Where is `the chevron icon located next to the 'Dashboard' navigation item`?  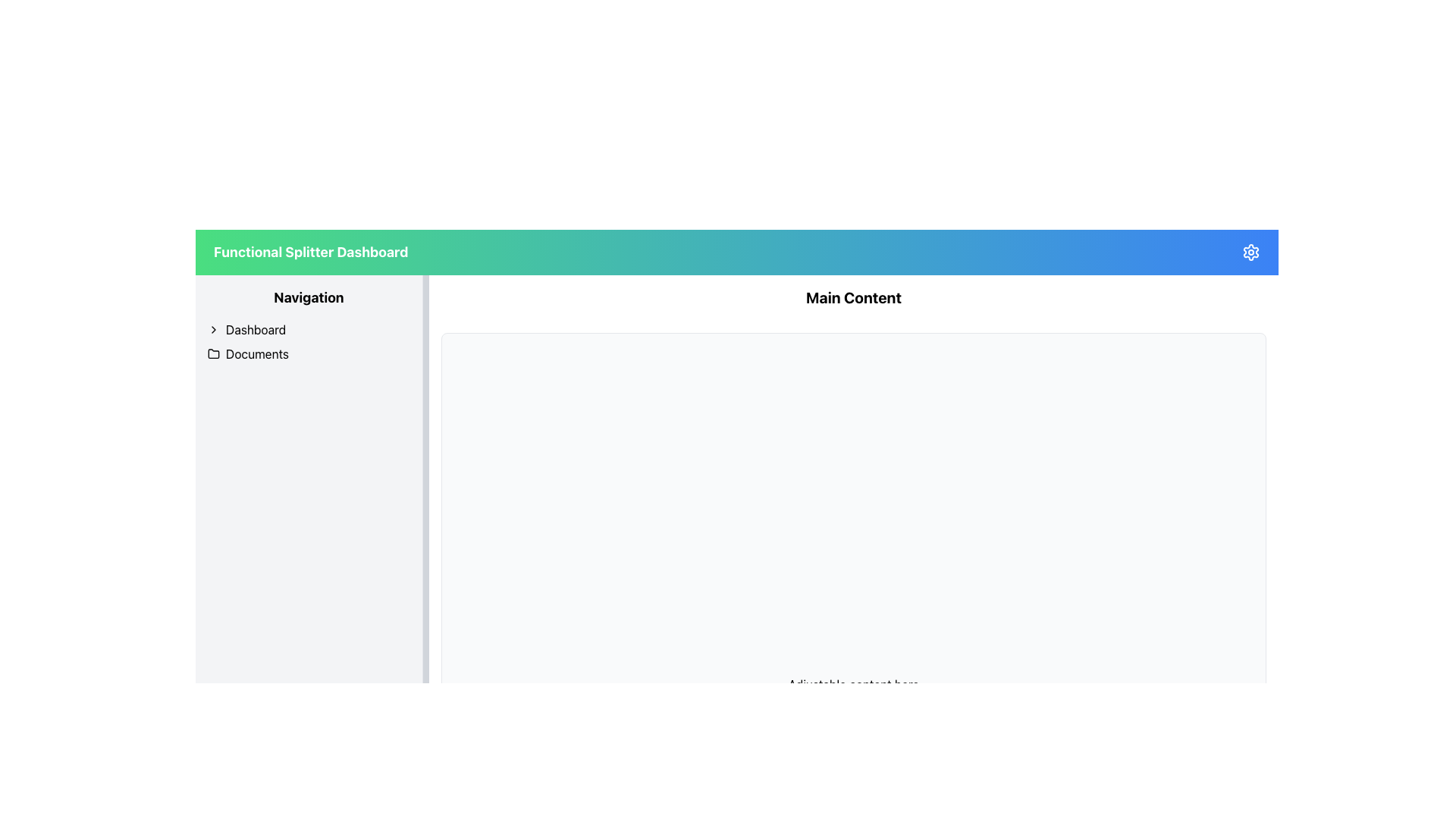
the chevron icon located next to the 'Dashboard' navigation item is located at coordinates (213, 329).